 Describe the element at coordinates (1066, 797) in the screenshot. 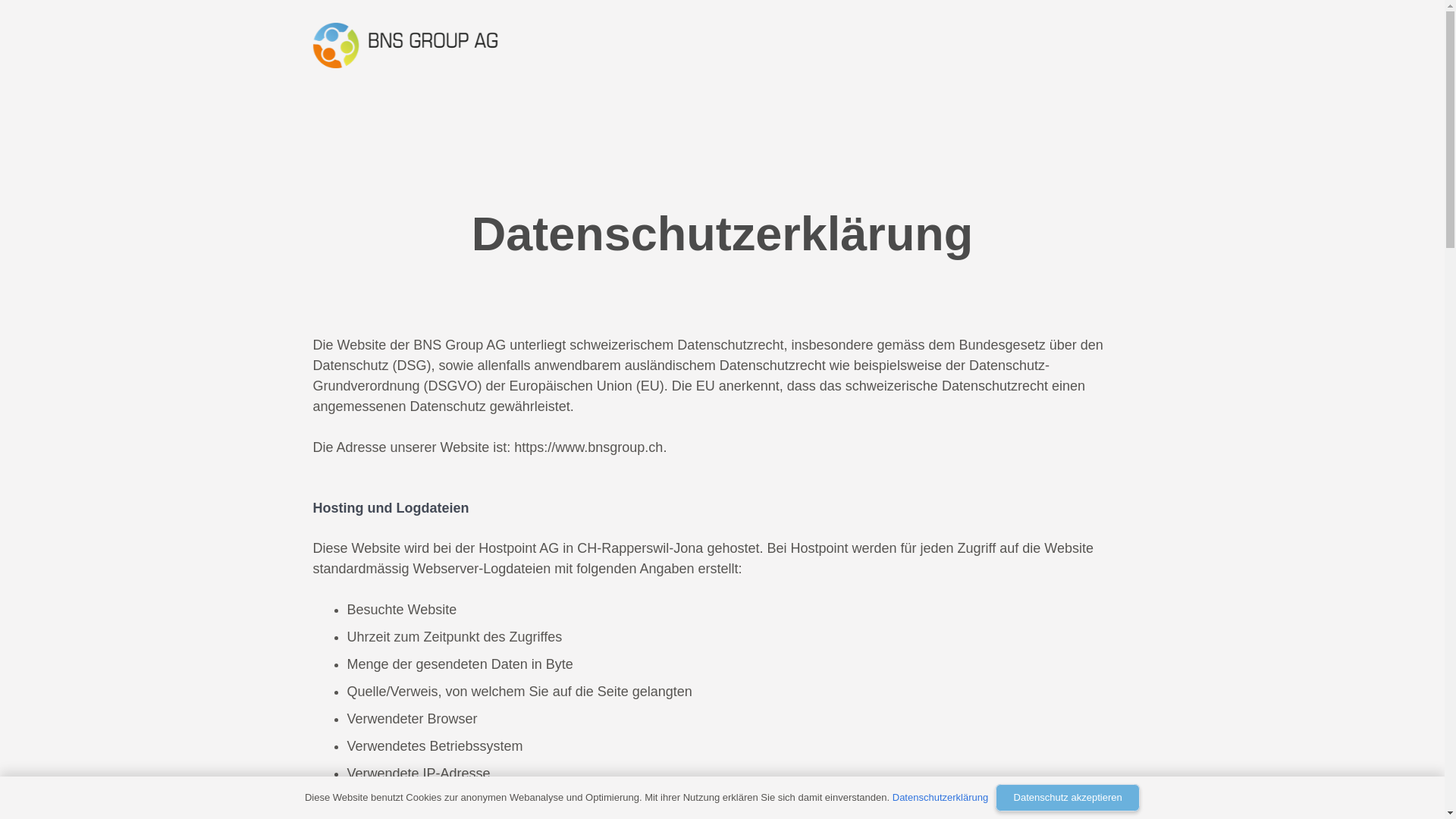

I see `'Datenschutz akzeptieren'` at that location.